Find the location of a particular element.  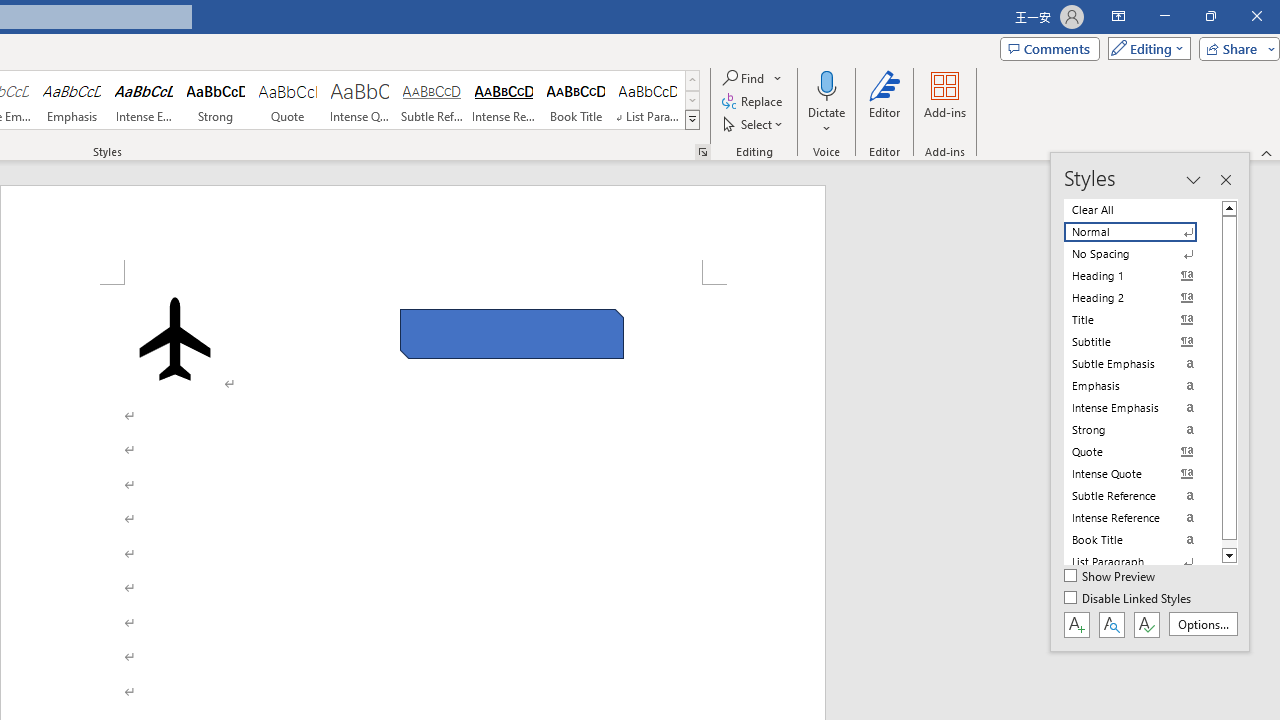

'Comments' is located at coordinates (1048, 47).